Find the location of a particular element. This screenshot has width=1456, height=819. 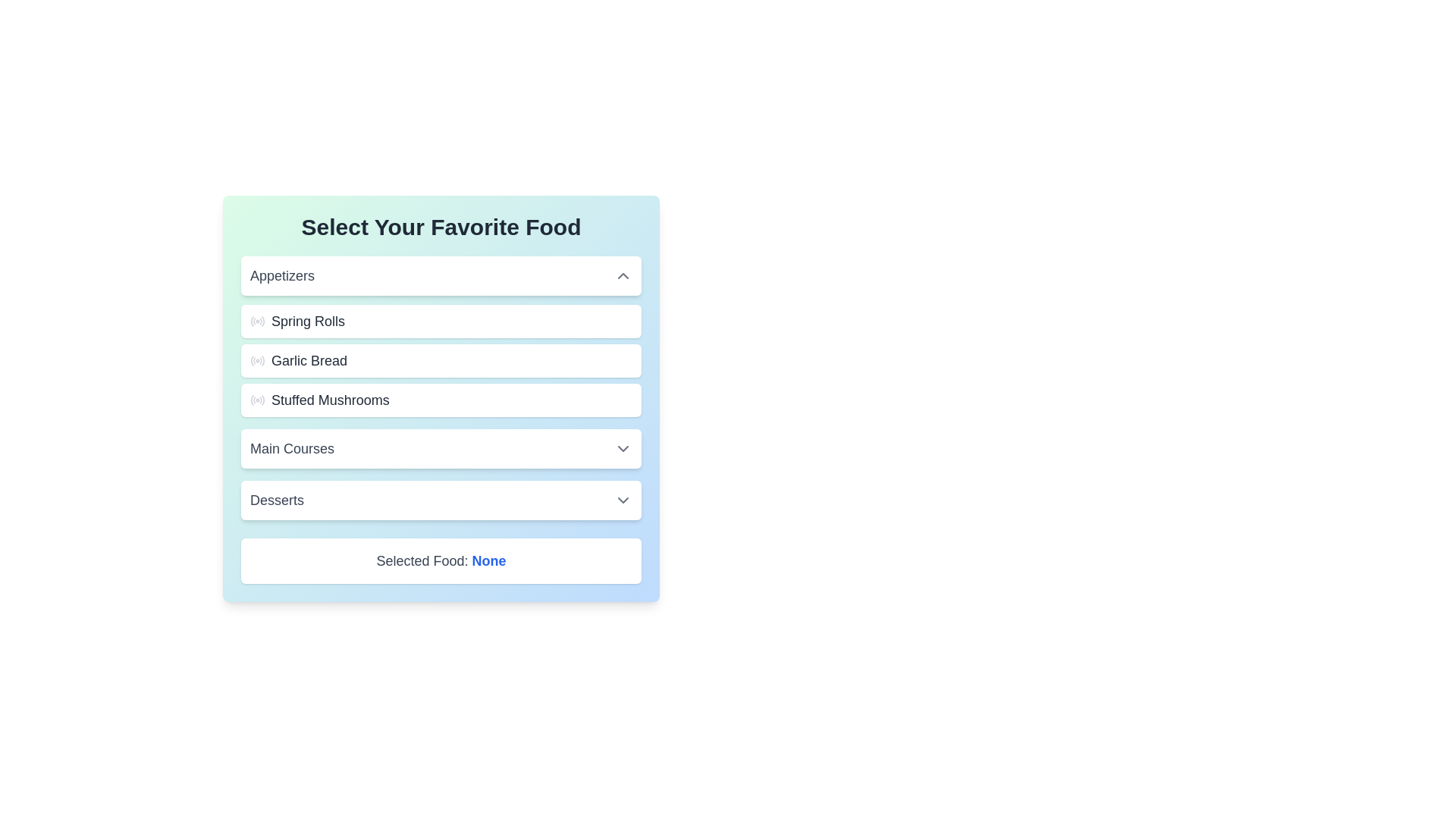

the static text element that displays 'None' and is styled in bold blue color, located within a white box below the label 'Selected Food:' is located at coordinates (489, 561).